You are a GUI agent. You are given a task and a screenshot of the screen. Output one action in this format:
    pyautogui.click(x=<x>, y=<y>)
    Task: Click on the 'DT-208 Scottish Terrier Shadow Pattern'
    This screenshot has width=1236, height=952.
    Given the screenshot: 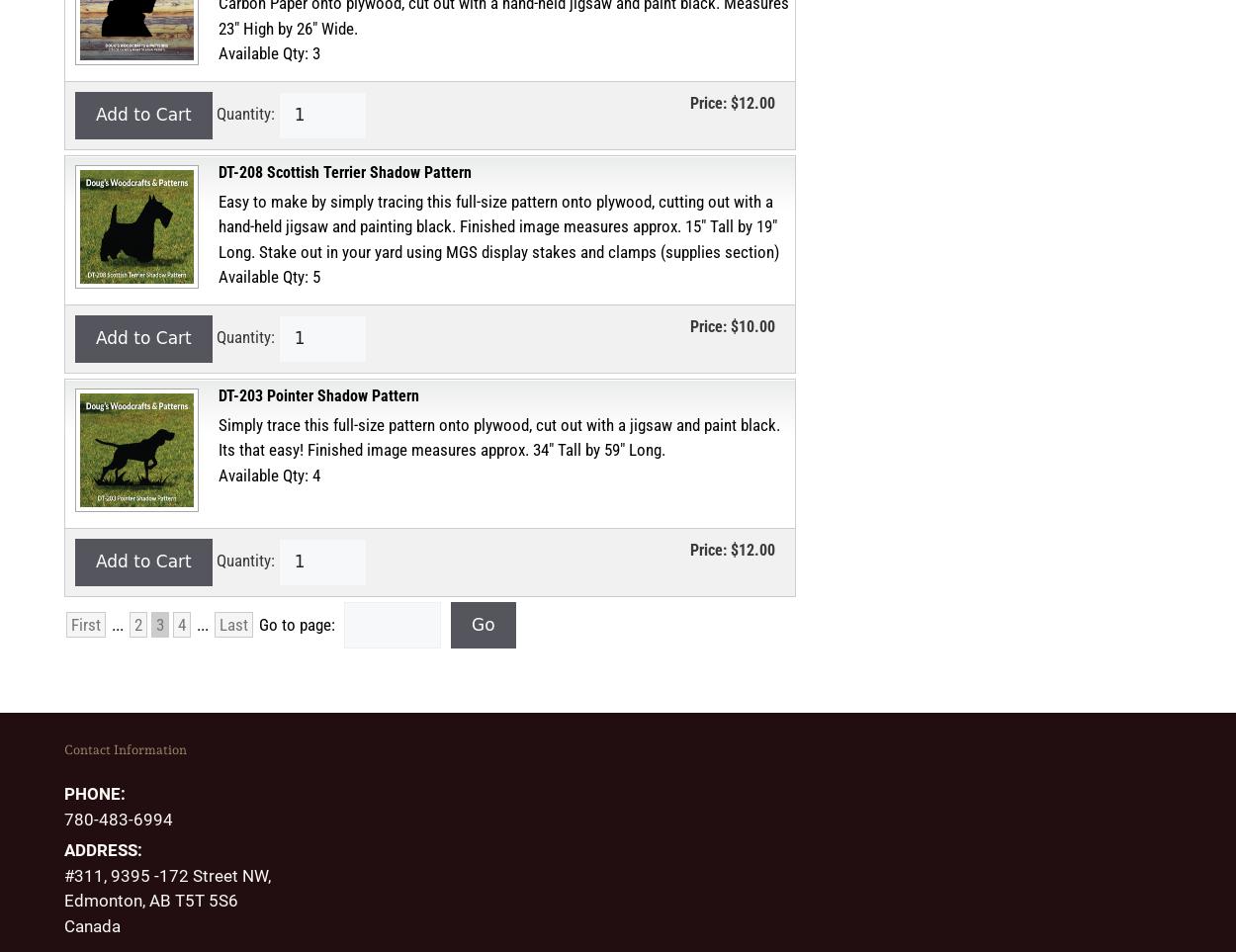 What is the action you would take?
    pyautogui.click(x=344, y=171)
    